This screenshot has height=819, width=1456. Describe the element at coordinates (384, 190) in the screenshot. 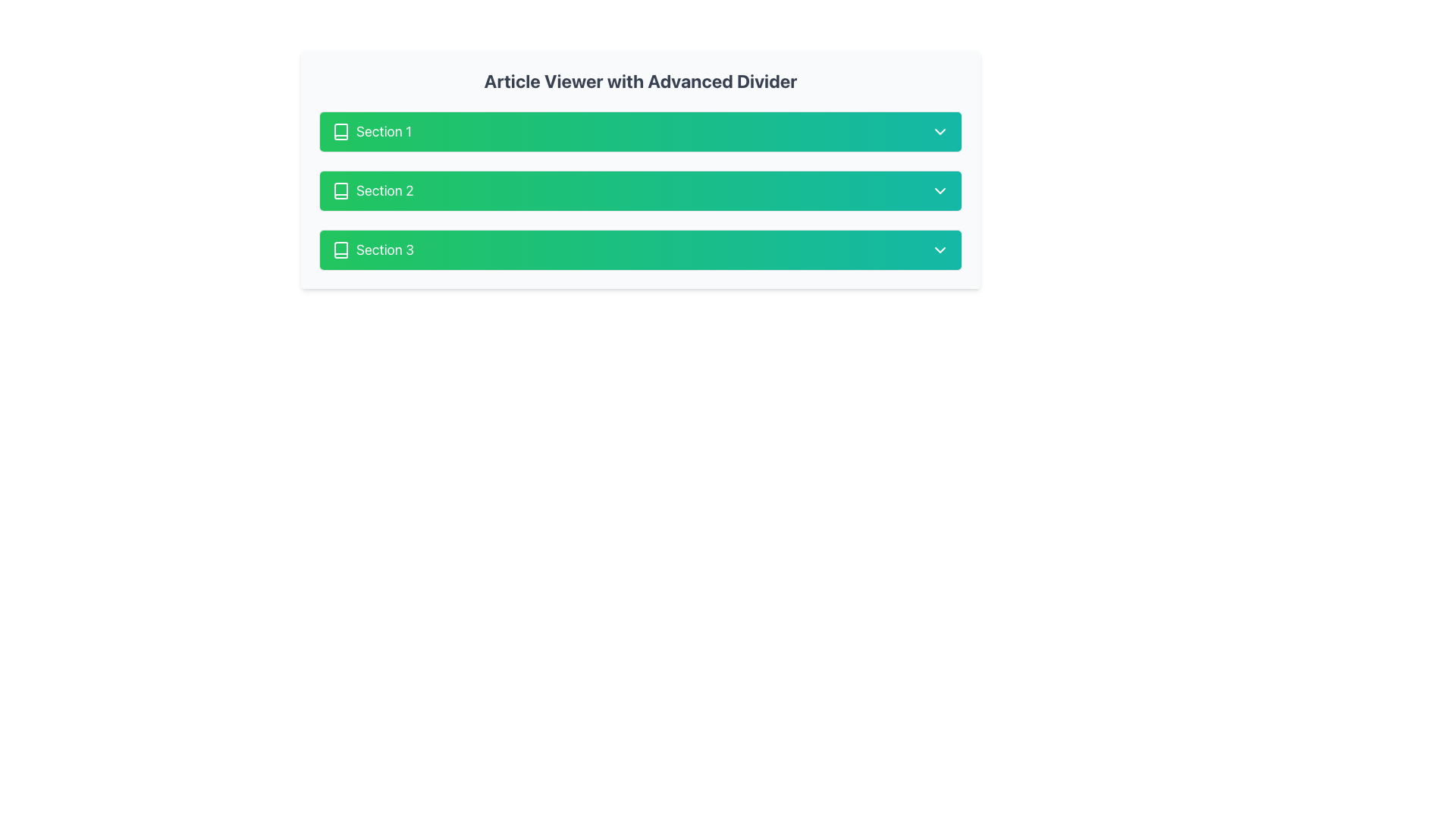

I see `the text label displaying 'Section 2', which is part of a vertically stacked list located beneath the header 'Article Viewer with Advanced Divider'` at that location.